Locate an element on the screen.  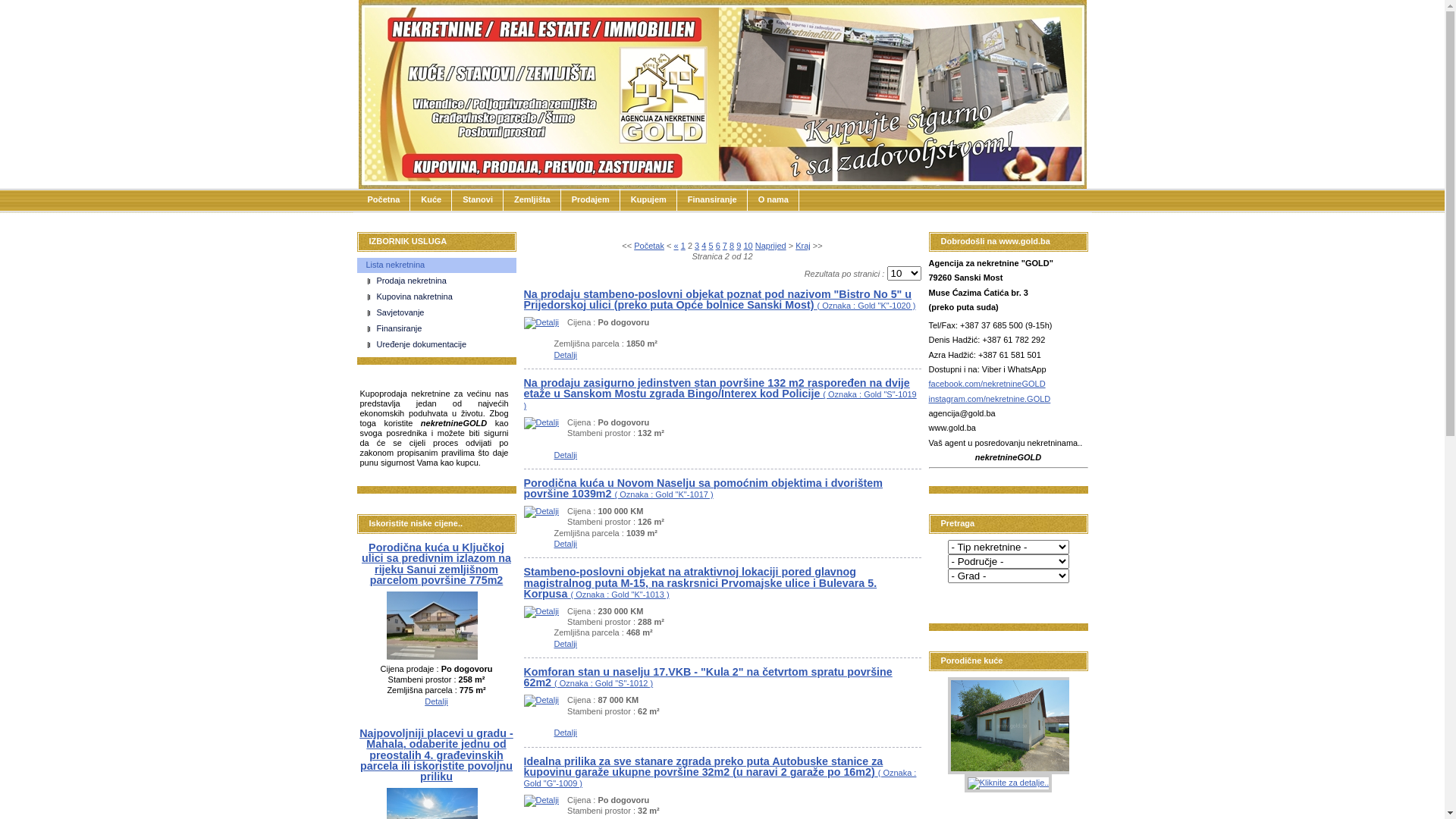
'Detalji' is located at coordinates (564, 643).